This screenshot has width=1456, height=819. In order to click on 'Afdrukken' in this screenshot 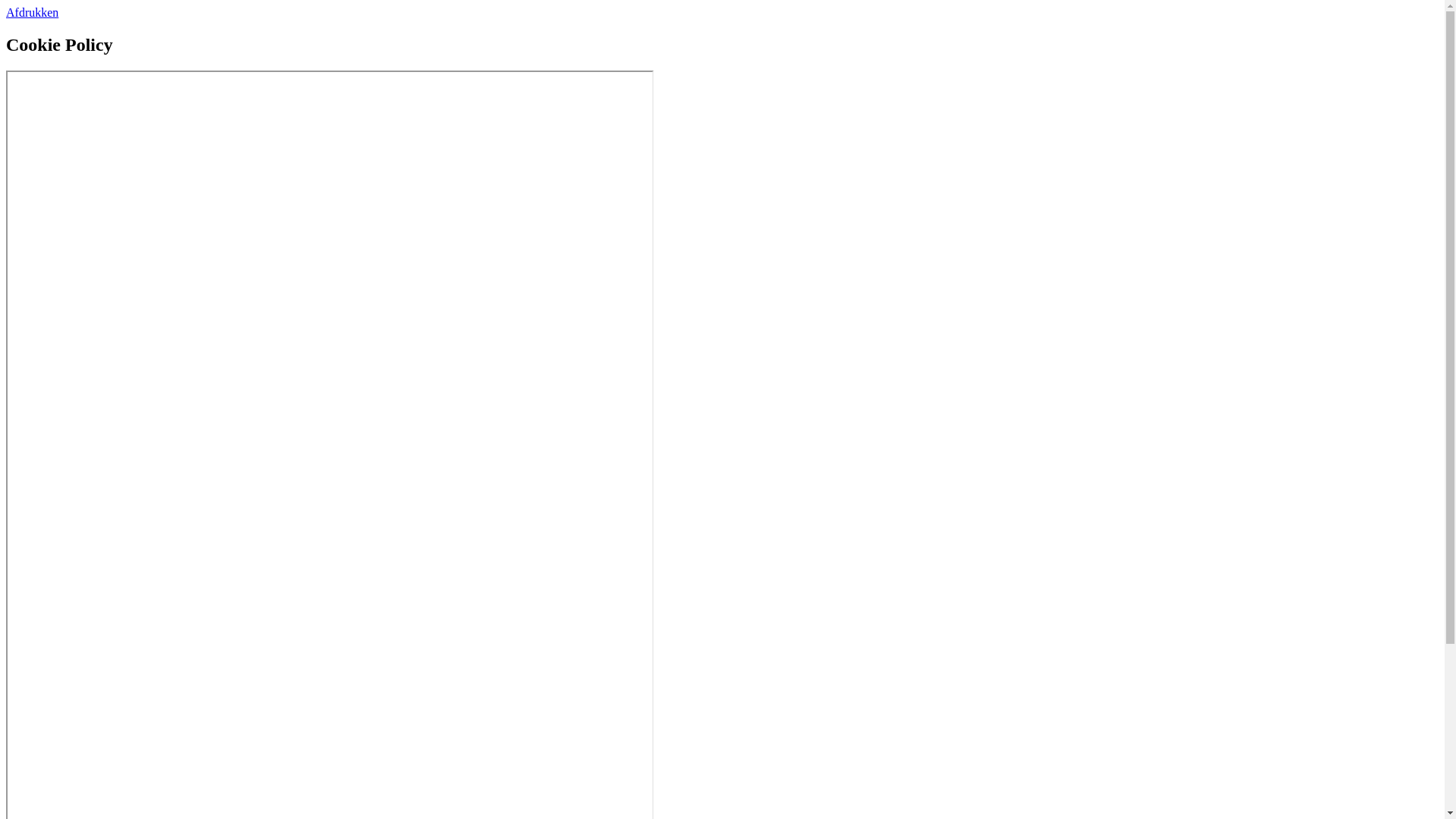, I will do `click(32, 12)`.